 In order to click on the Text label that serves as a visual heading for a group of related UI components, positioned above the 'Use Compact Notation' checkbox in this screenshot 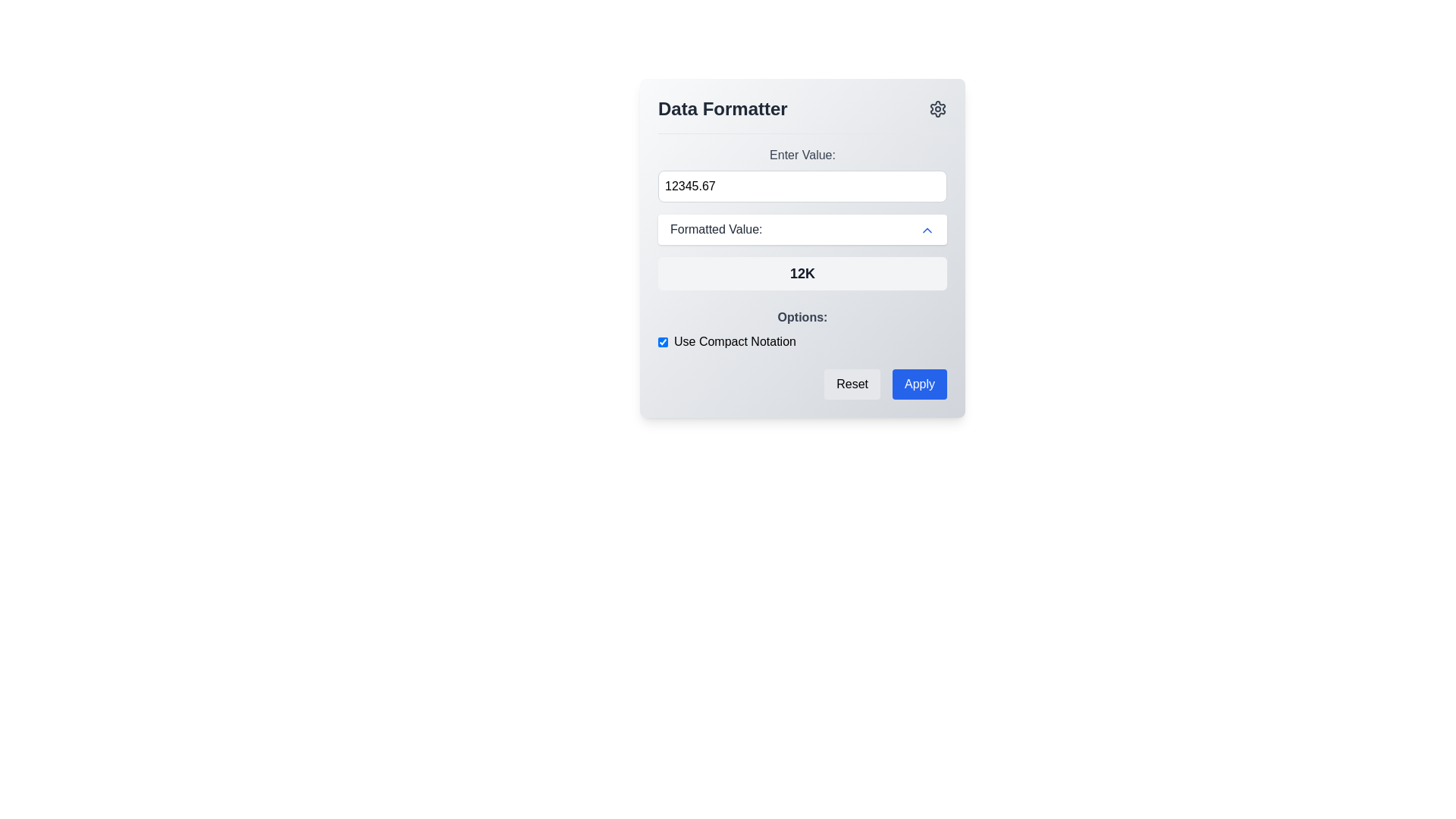, I will do `click(802, 317)`.